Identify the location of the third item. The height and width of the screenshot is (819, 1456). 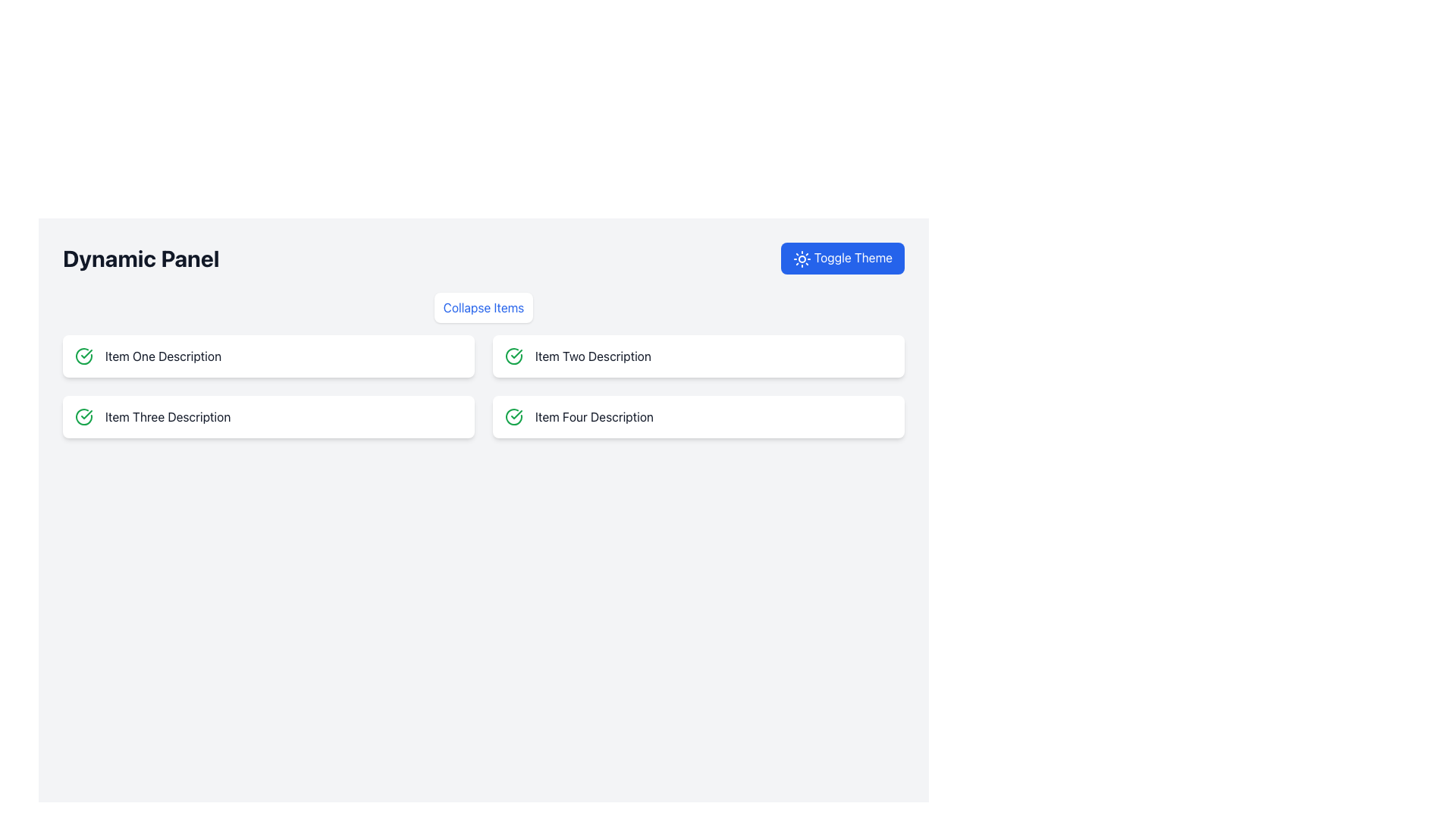
(268, 416).